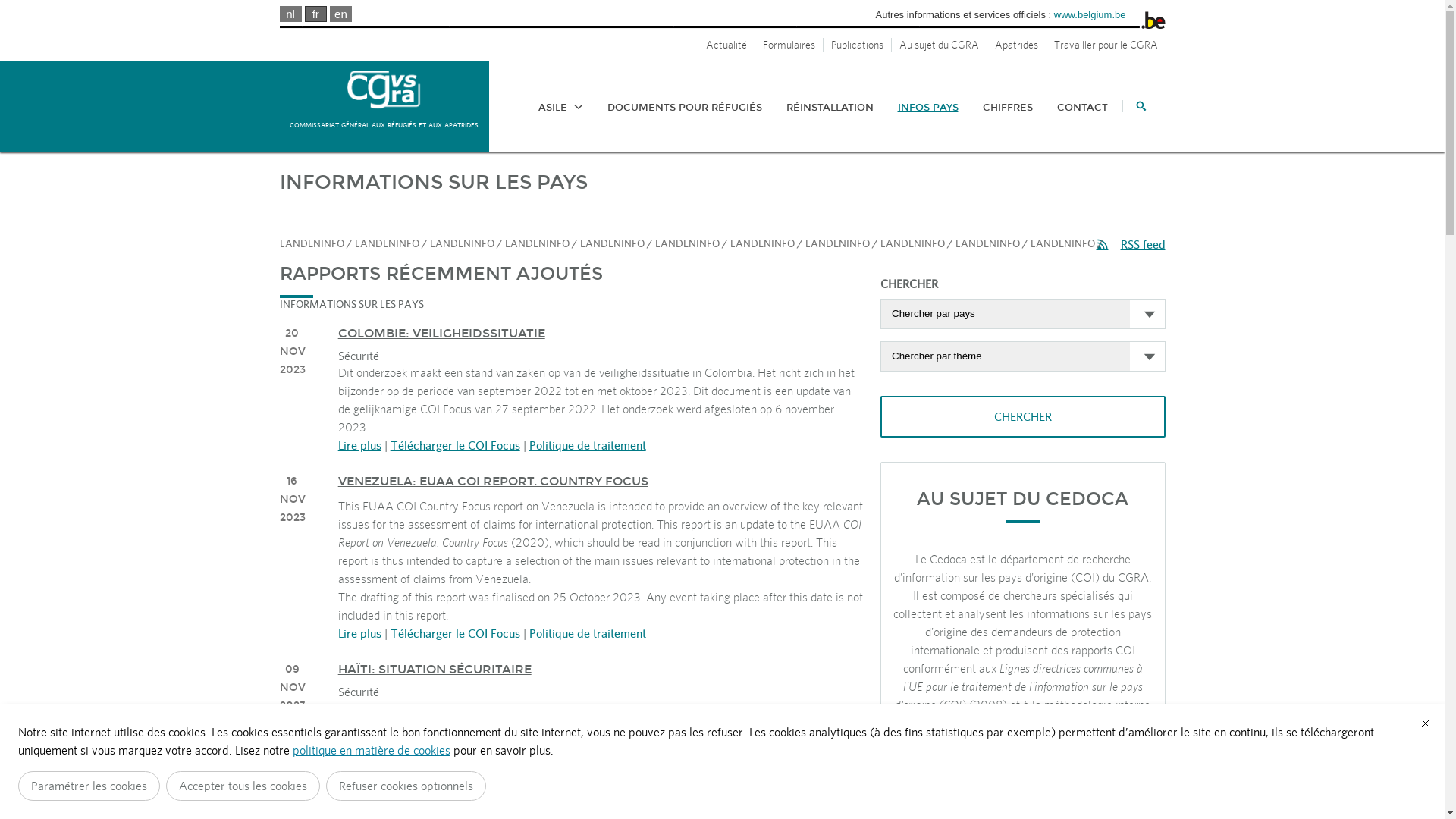 Image resolution: width=1456 pixels, height=819 pixels. I want to click on 'Apatrides', so click(1016, 43).